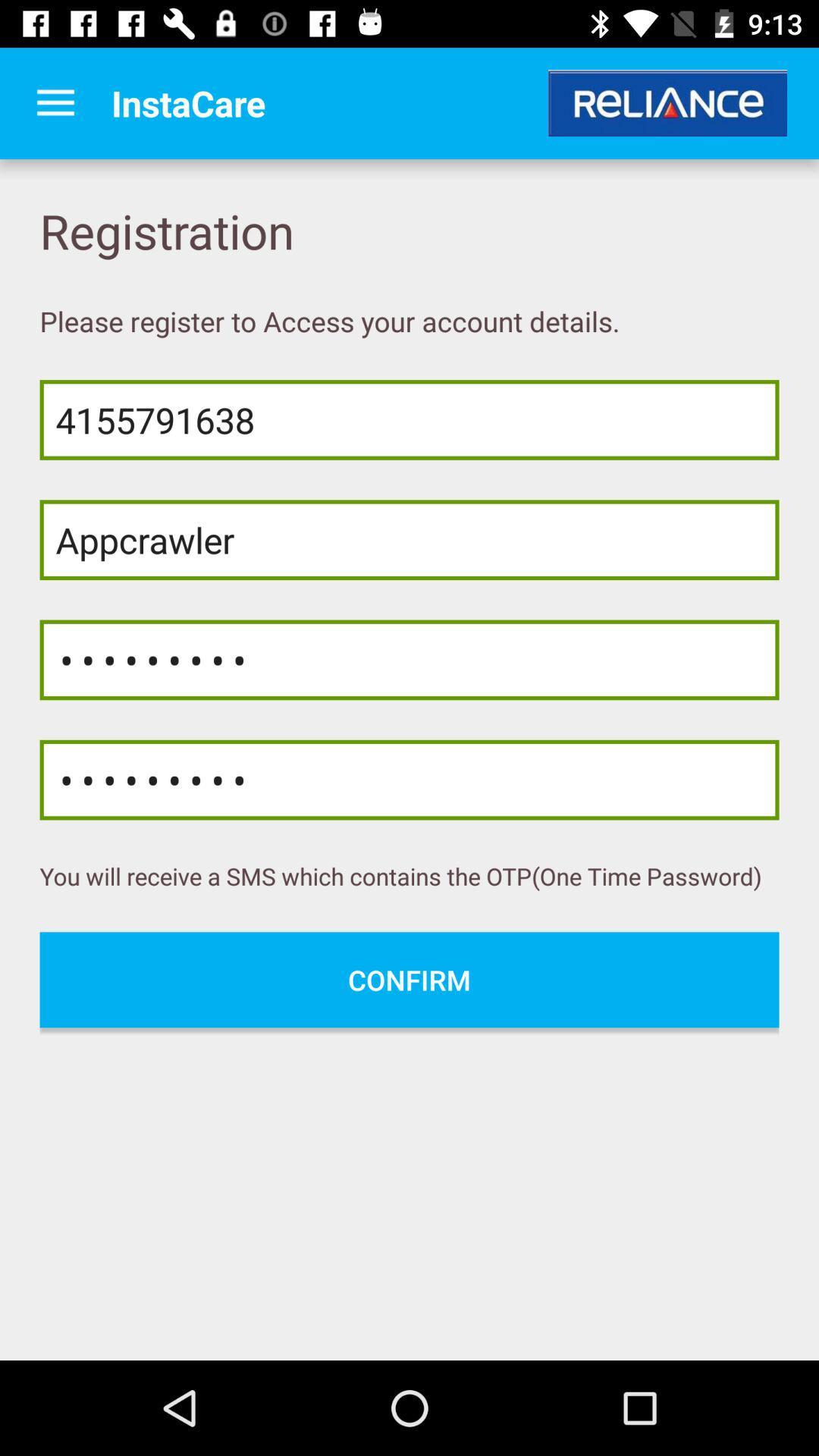 The width and height of the screenshot is (819, 1456). What do you see at coordinates (55, 102) in the screenshot?
I see `icon to the left of instacare item` at bounding box center [55, 102].